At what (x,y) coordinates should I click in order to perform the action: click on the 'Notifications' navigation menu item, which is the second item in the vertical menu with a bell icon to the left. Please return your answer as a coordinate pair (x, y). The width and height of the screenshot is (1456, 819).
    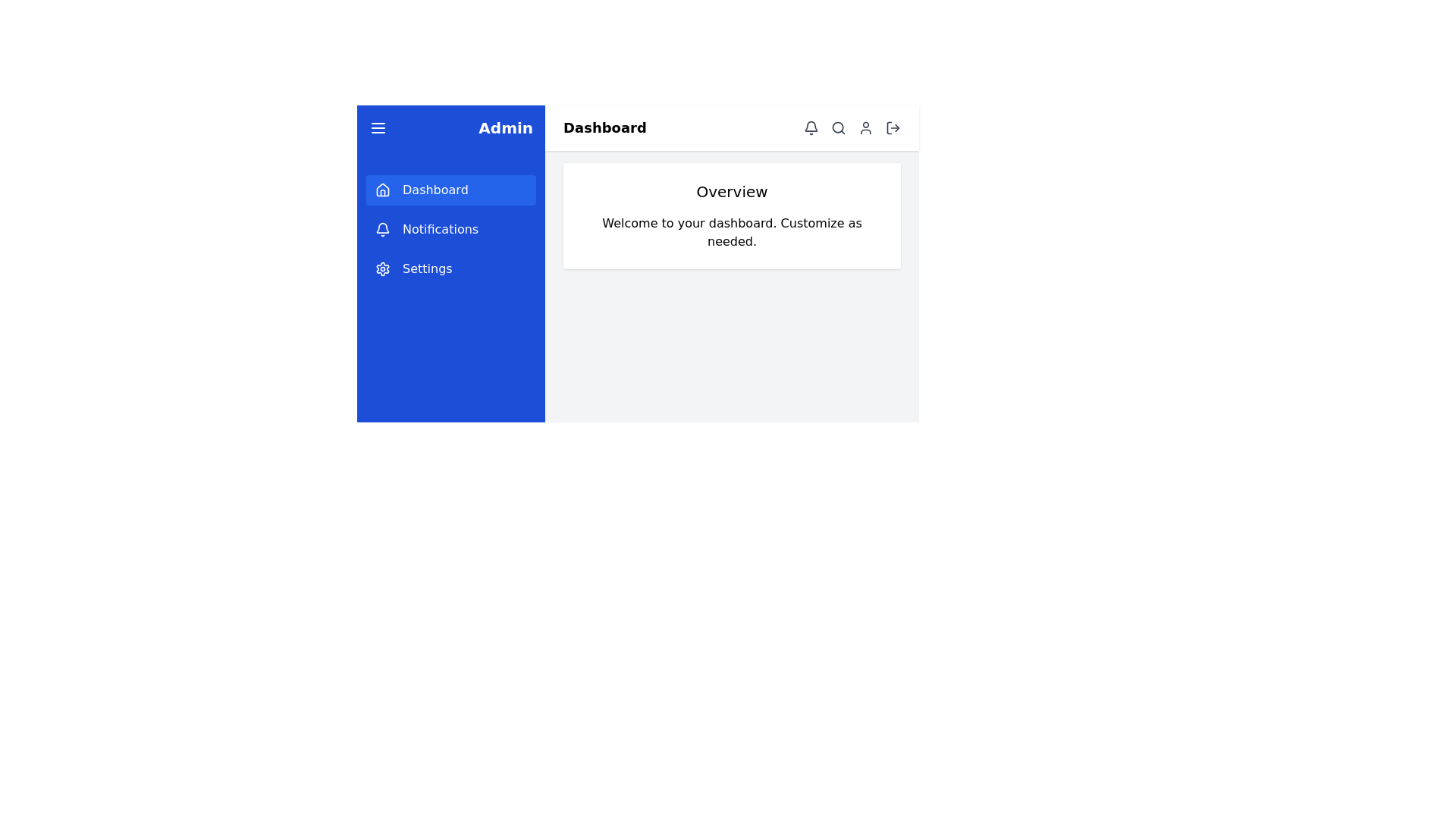
    Looking at the image, I should click on (450, 230).